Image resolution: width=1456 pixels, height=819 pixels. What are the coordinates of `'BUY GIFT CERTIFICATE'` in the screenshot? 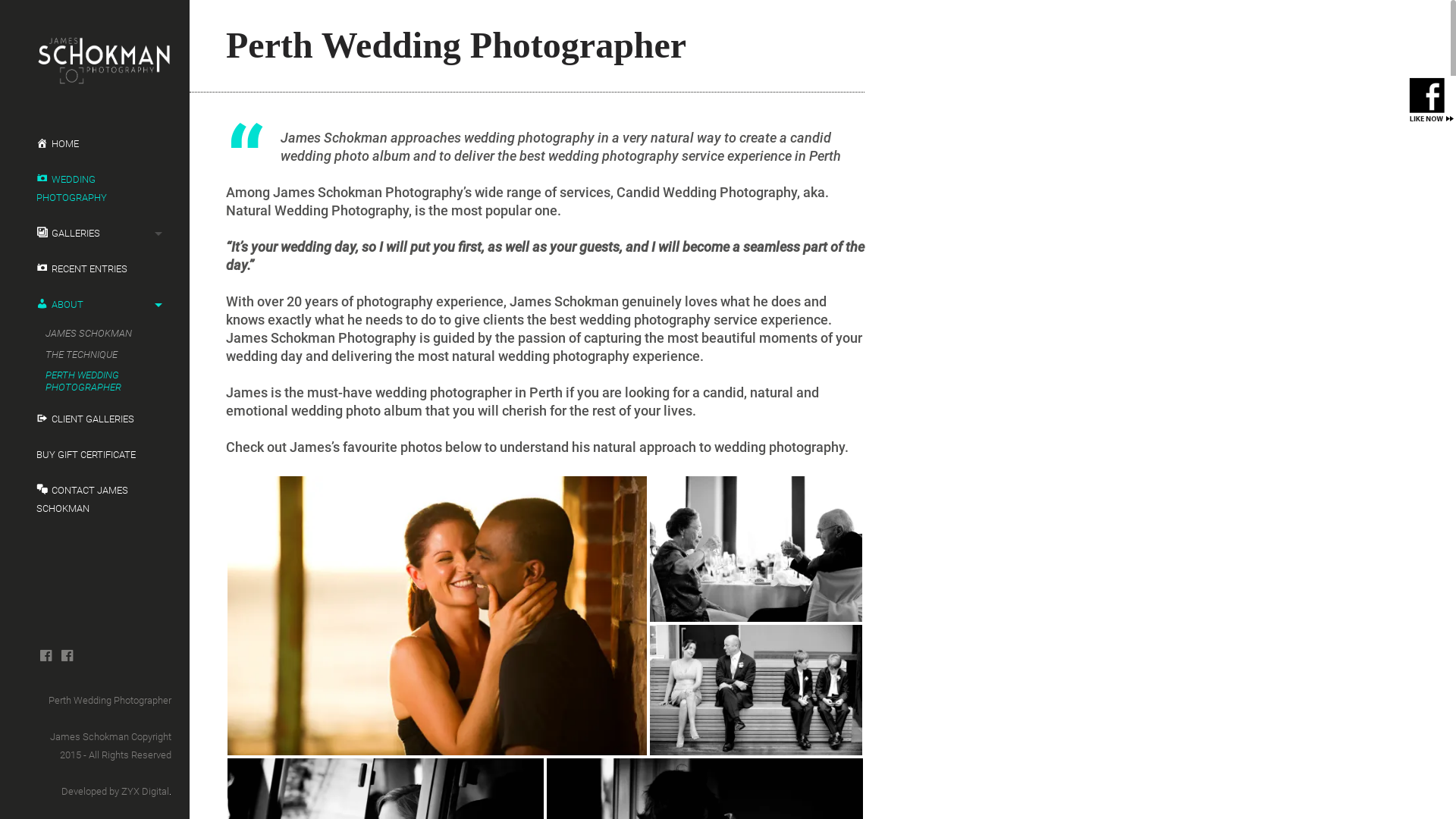 It's located at (18, 454).